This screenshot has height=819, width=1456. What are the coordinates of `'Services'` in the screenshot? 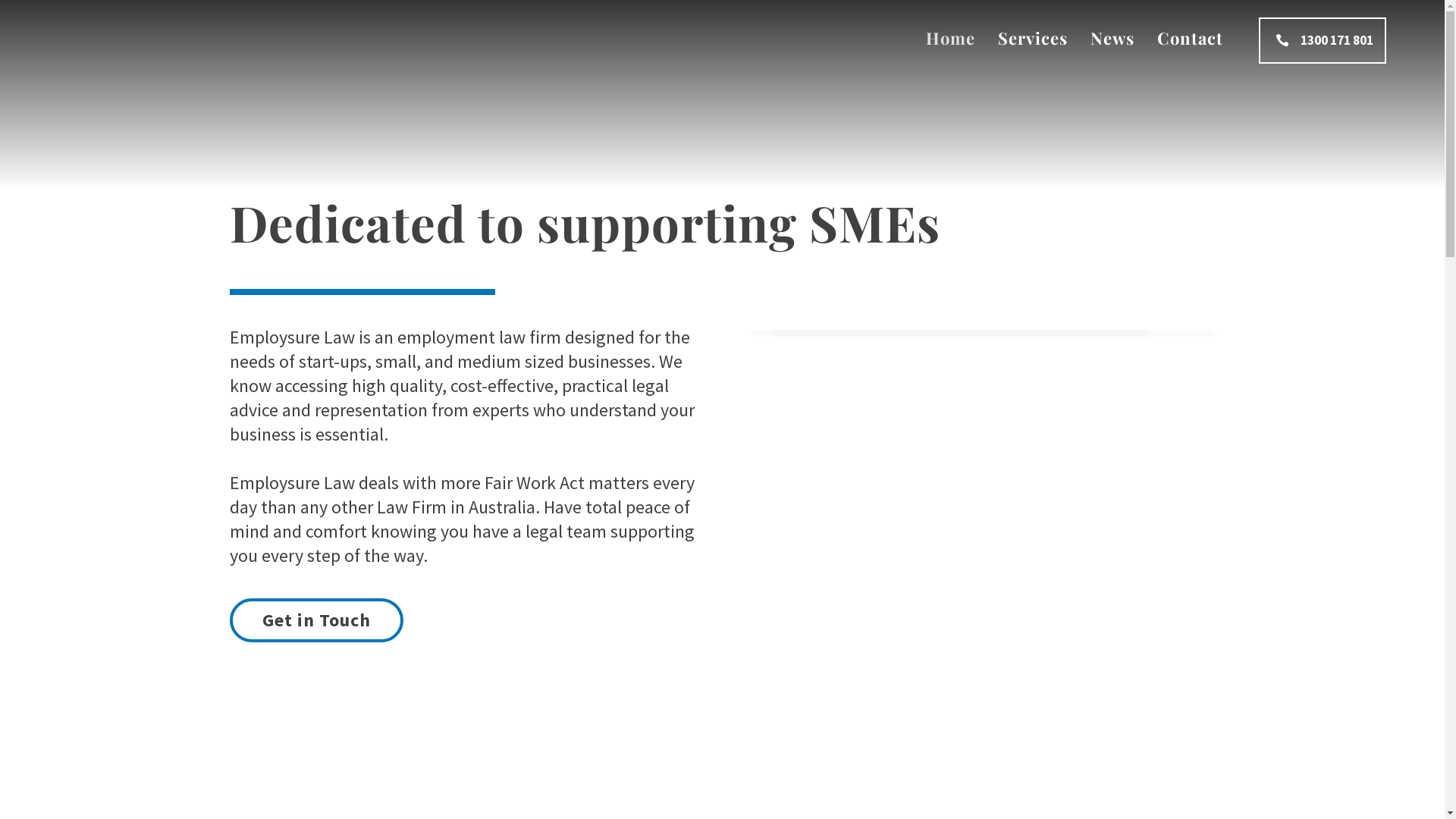 It's located at (986, 37).